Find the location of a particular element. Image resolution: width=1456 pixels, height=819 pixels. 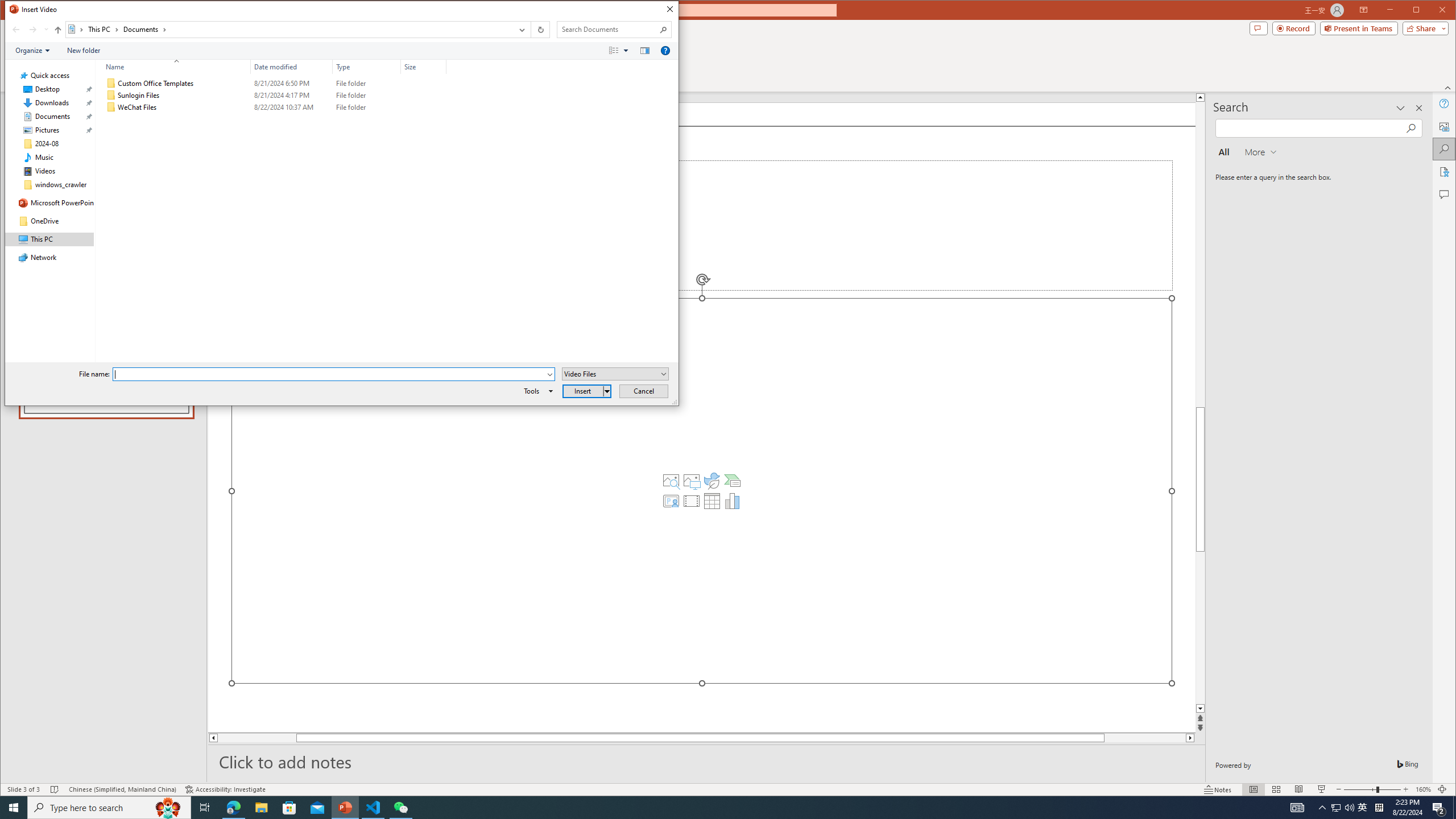

'Type' is located at coordinates (366, 66).